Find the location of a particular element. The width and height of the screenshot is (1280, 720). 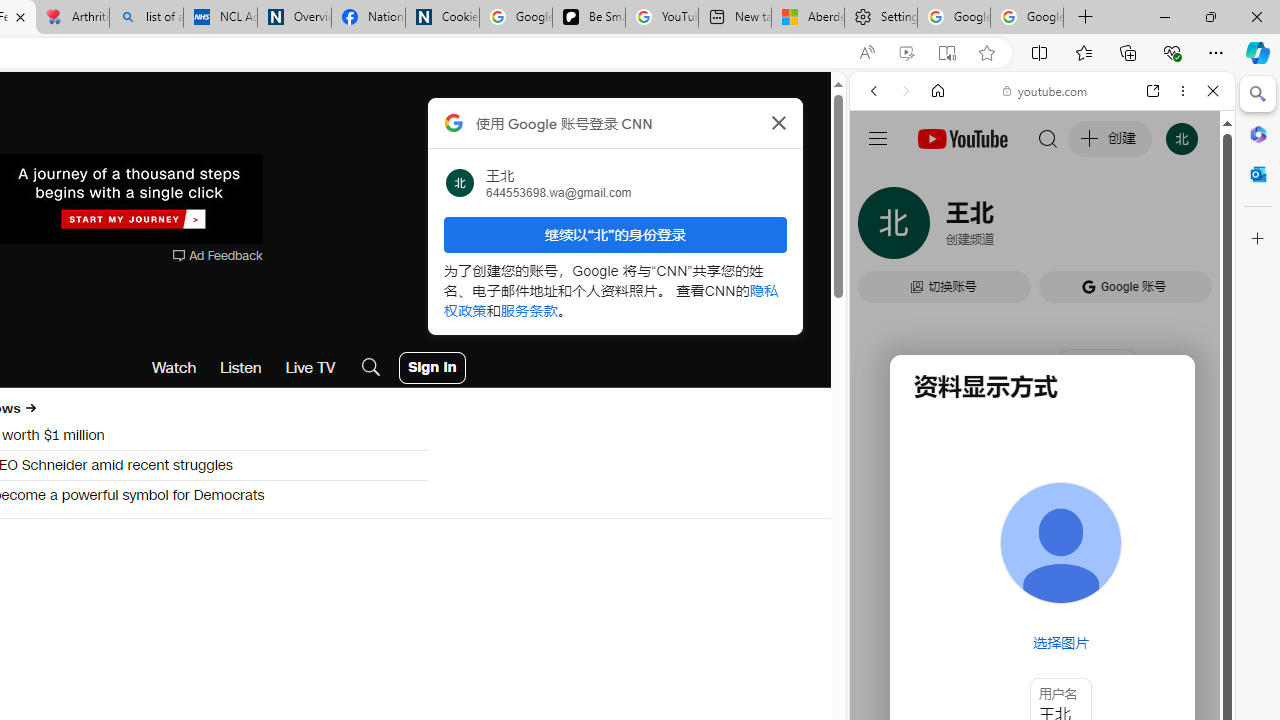

'Live TV' is located at coordinates (309, 367).